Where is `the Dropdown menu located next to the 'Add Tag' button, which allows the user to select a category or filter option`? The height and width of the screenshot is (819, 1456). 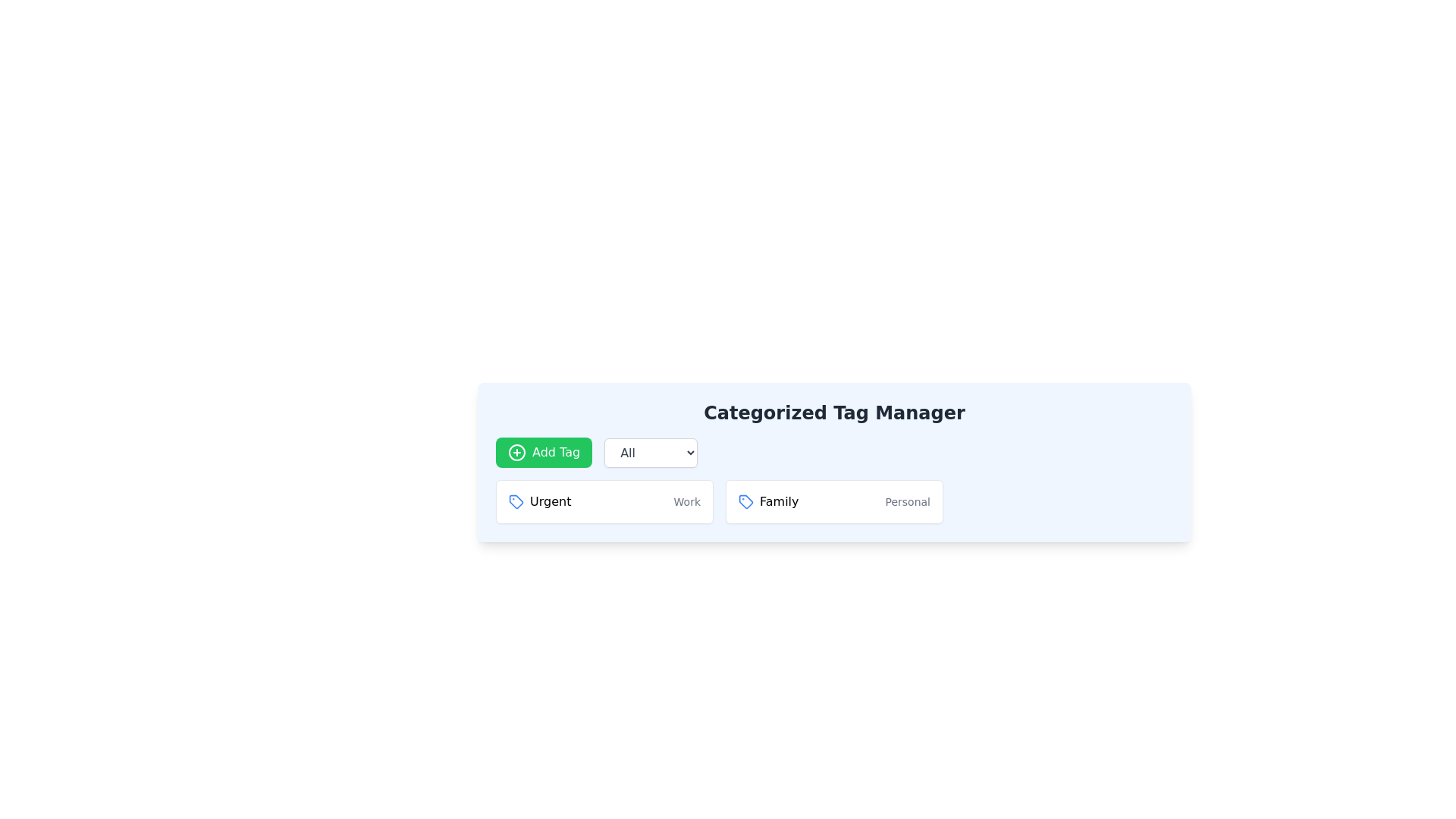 the Dropdown menu located next to the 'Add Tag' button, which allows the user to select a category or filter option is located at coordinates (651, 452).